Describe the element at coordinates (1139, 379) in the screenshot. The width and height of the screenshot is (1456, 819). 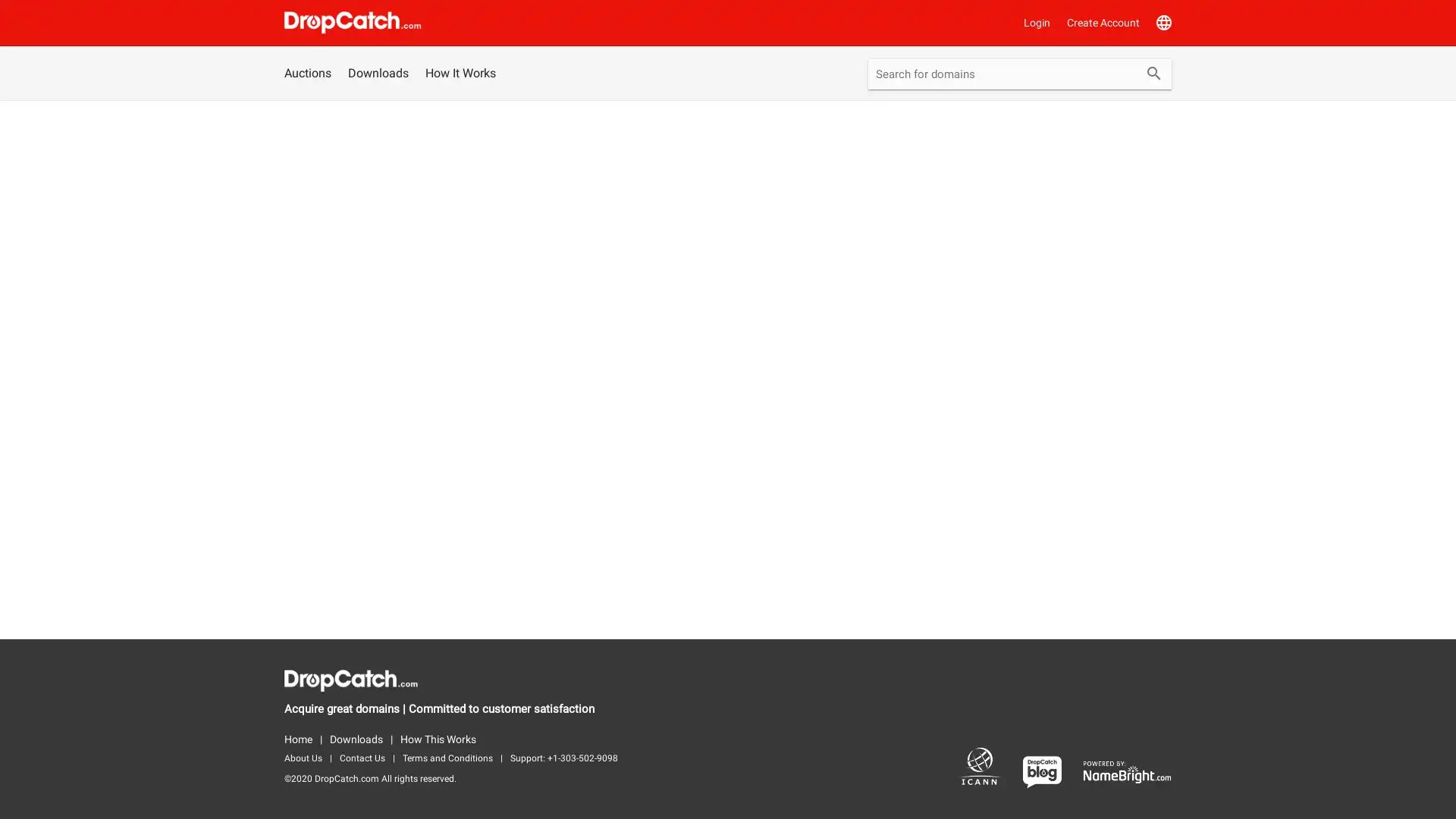
I see `Bid` at that location.